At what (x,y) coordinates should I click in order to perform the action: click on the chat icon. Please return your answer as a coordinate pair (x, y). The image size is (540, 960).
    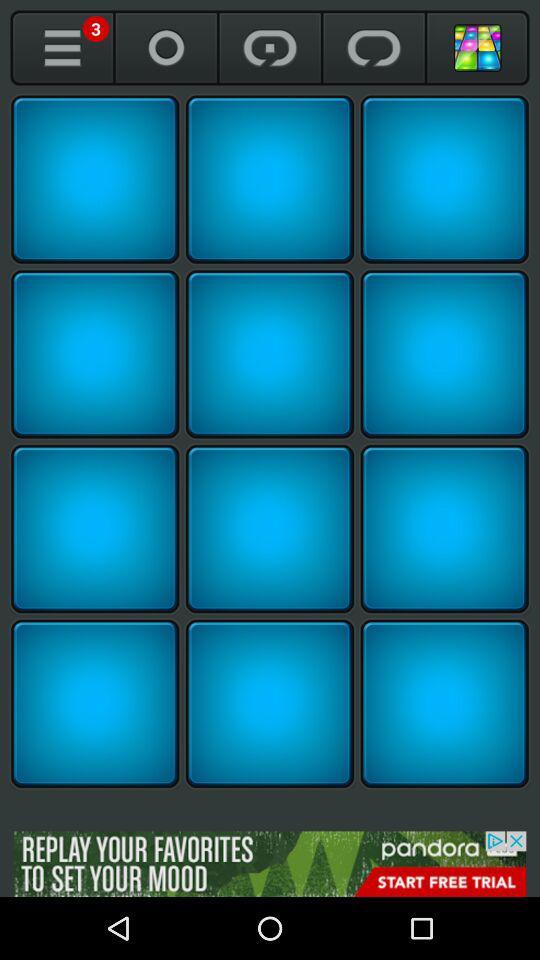
    Looking at the image, I should click on (374, 47).